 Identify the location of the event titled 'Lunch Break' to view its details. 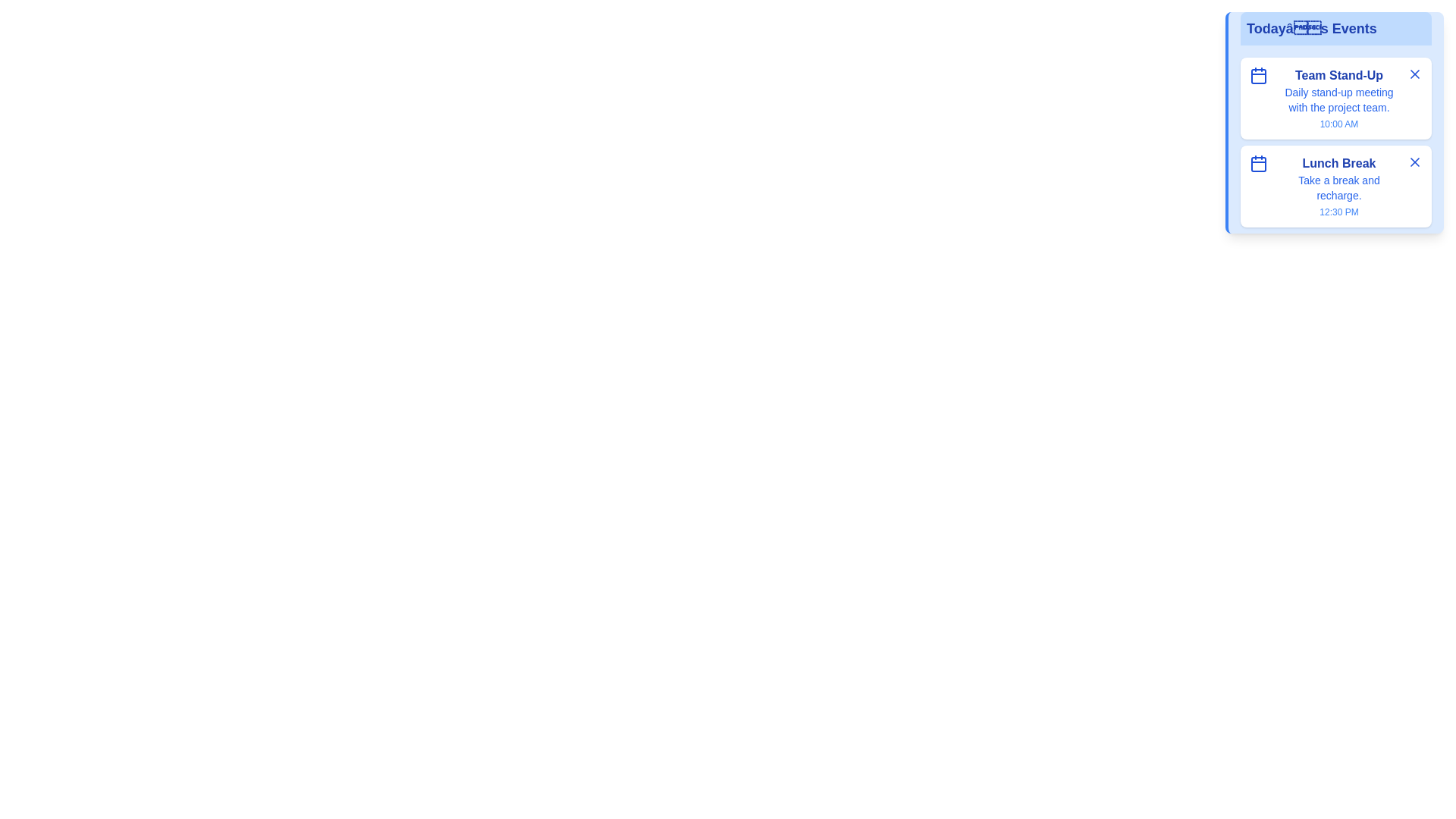
(1339, 164).